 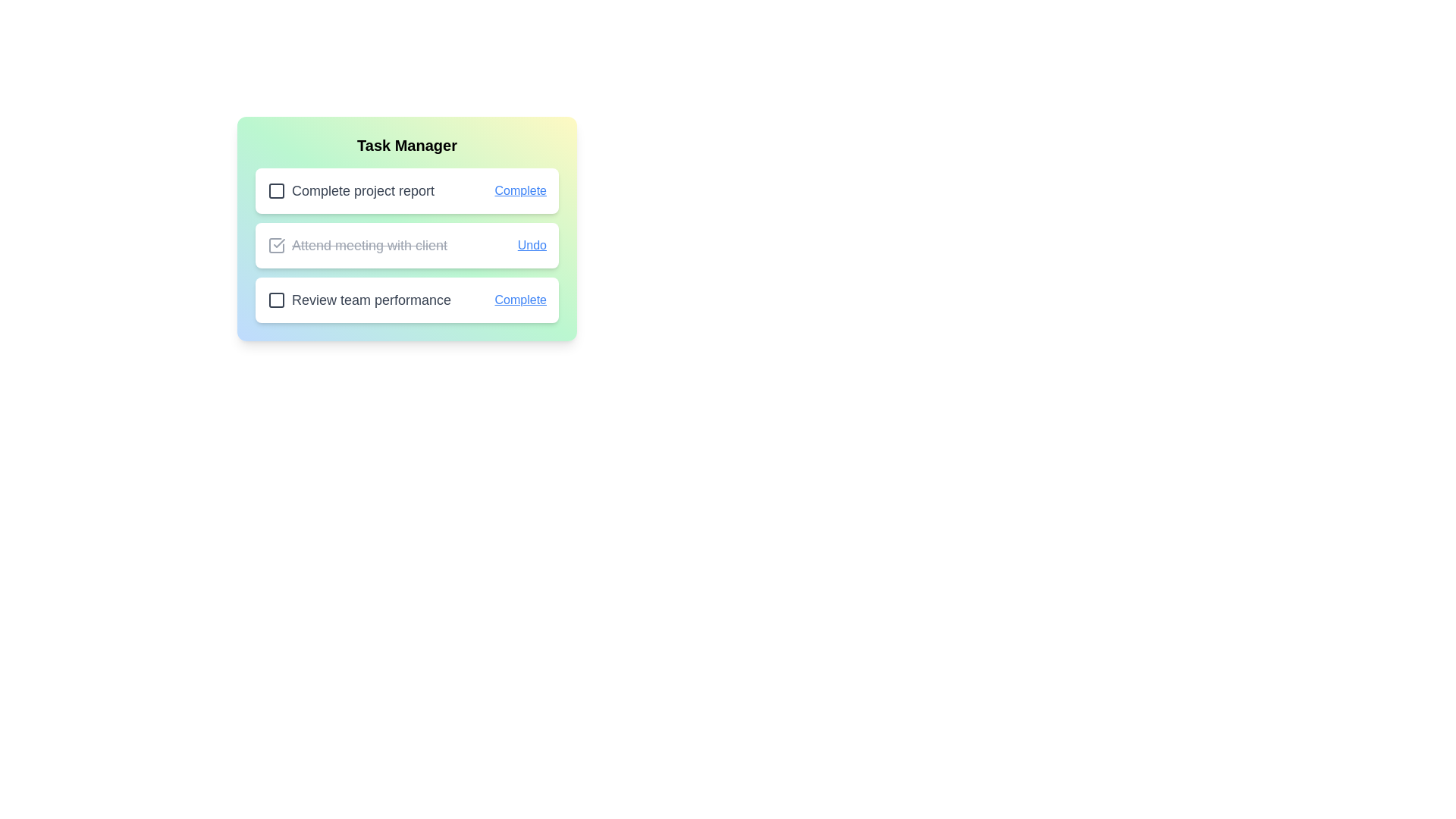 What do you see at coordinates (532, 245) in the screenshot?
I see `the button labeled Undo for the task Attend meeting with client` at bounding box center [532, 245].